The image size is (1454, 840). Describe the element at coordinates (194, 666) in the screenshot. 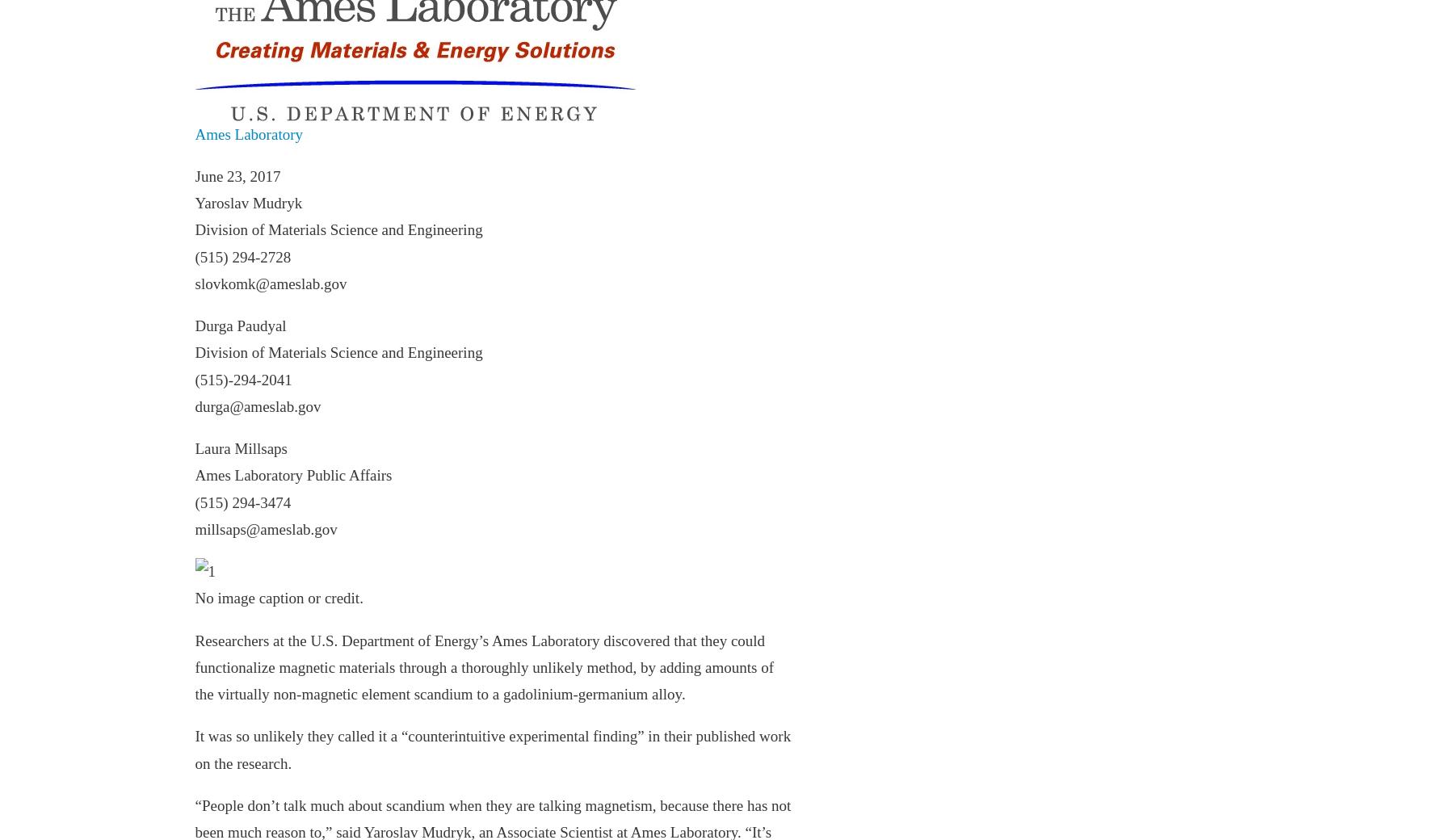

I see `'Researchers at the U.S. Department of Energy’s Ames Laboratory discovered that they could functionalize magnetic materials through a thoroughly unlikely method, by adding amounts of the virtually non-magnetic element scandium to a gadolinium-germanium alloy.'` at that location.